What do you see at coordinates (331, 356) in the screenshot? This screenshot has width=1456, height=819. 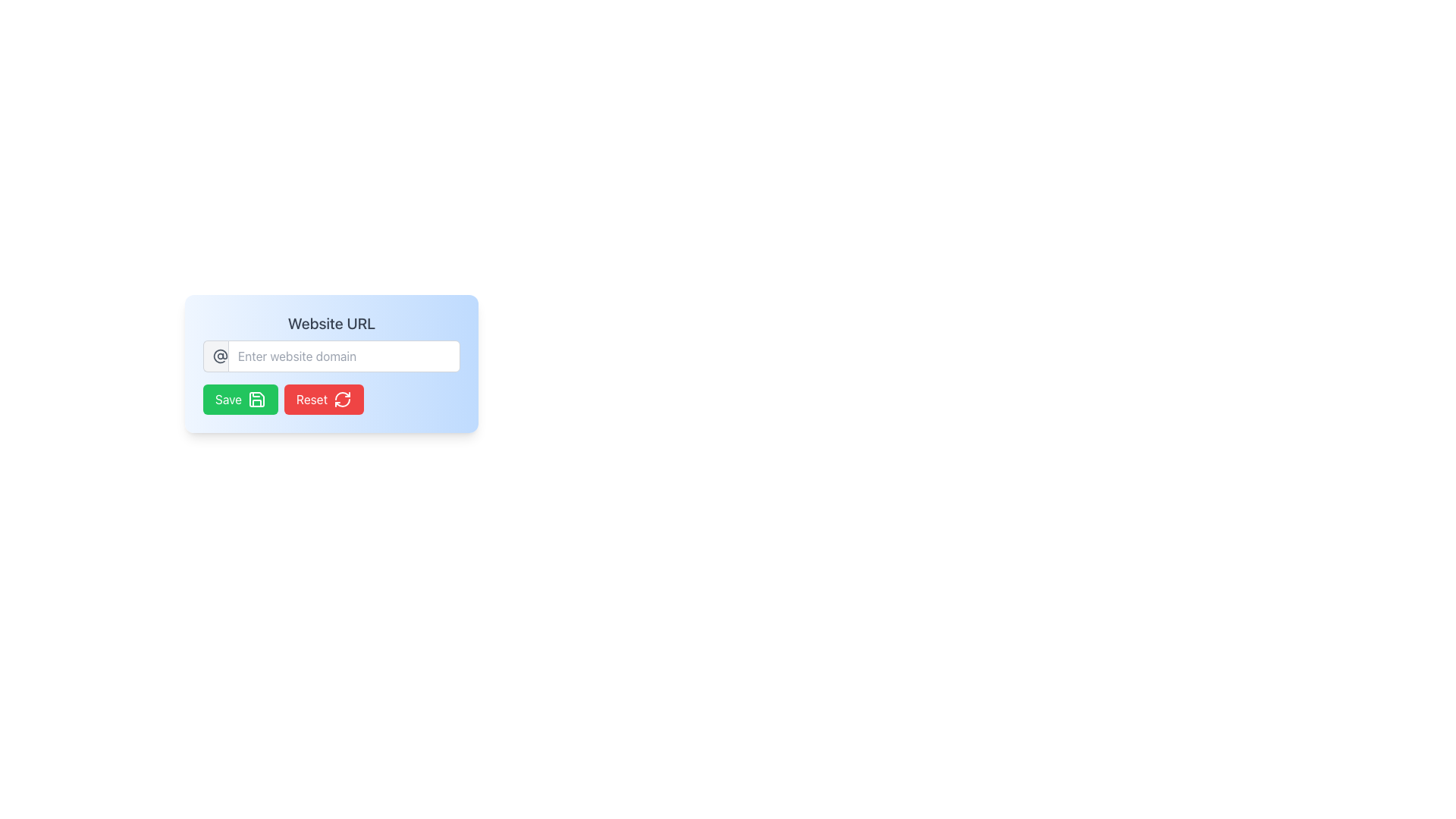 I see `the input field within the compound element containing an '@' icon and a light gray background, positioned below the 'Website URL' label, to potentially reveal tooltips` at bounding box center [331, 356].